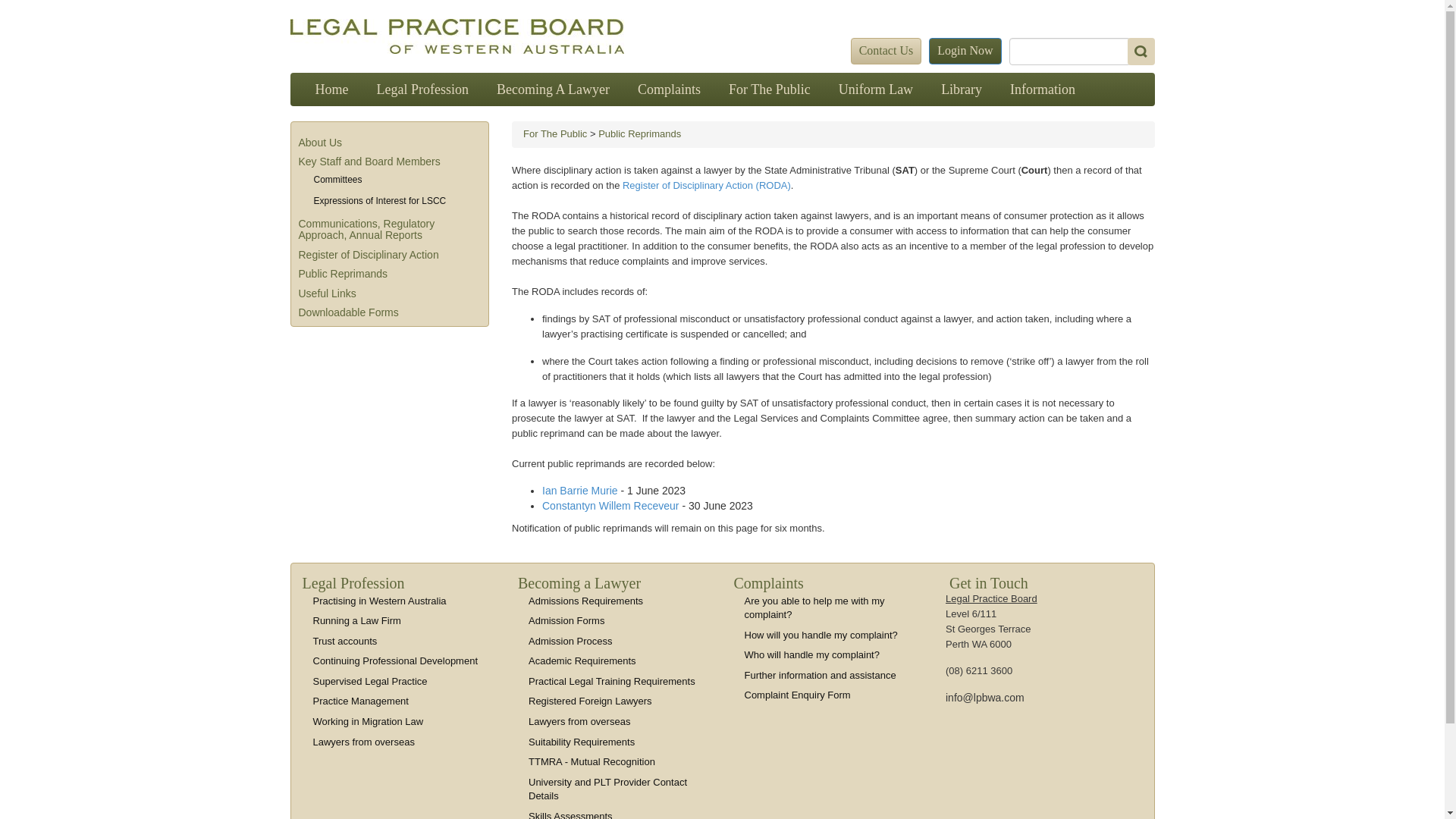 The image size is (1456, 819). What do you see at coordinates (582, 660) in the screenshot?
I see `'Academic Requirements'` at bounding box center [582, 660].